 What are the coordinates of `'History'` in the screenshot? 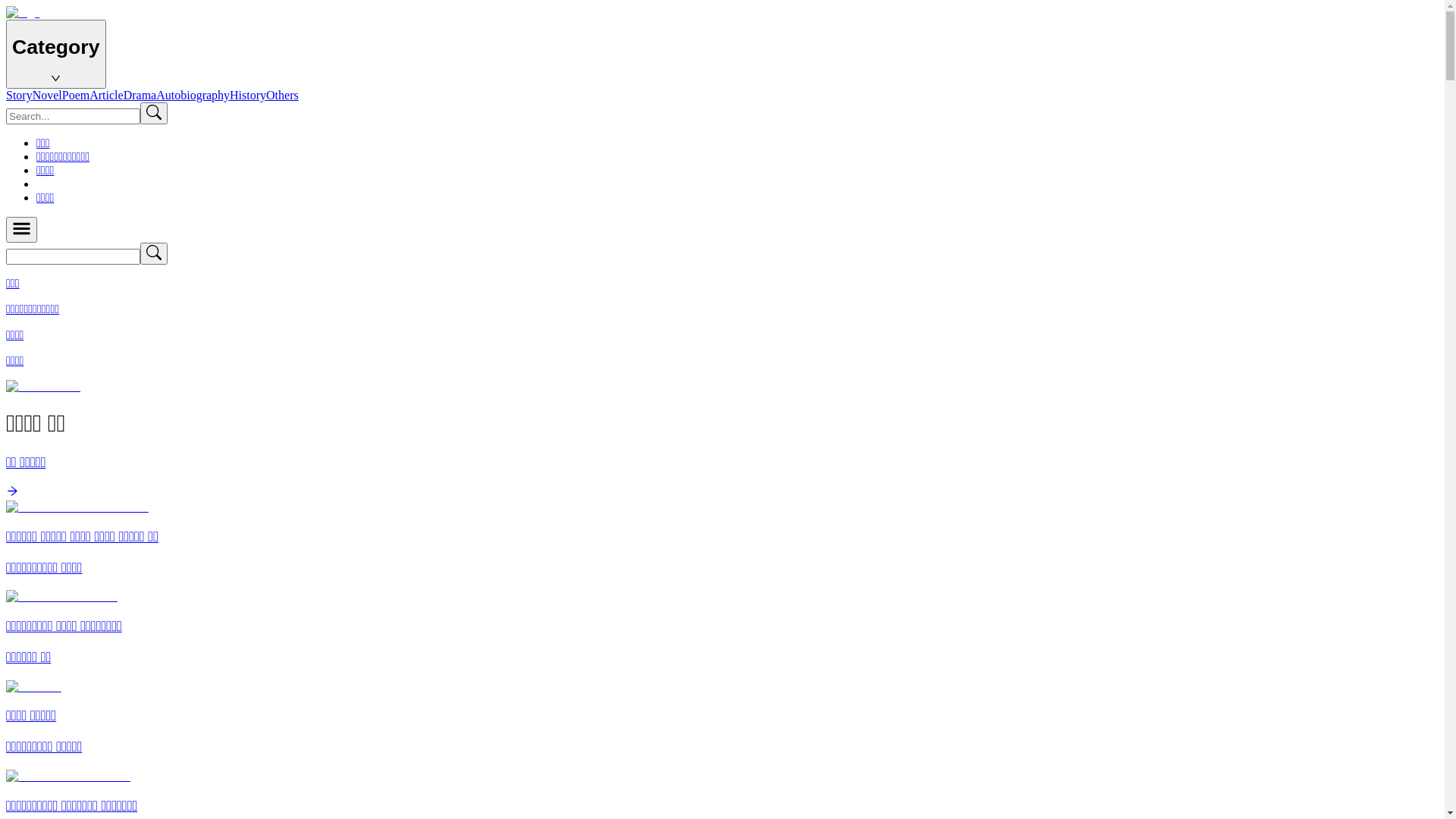 It's located at (228, 95).